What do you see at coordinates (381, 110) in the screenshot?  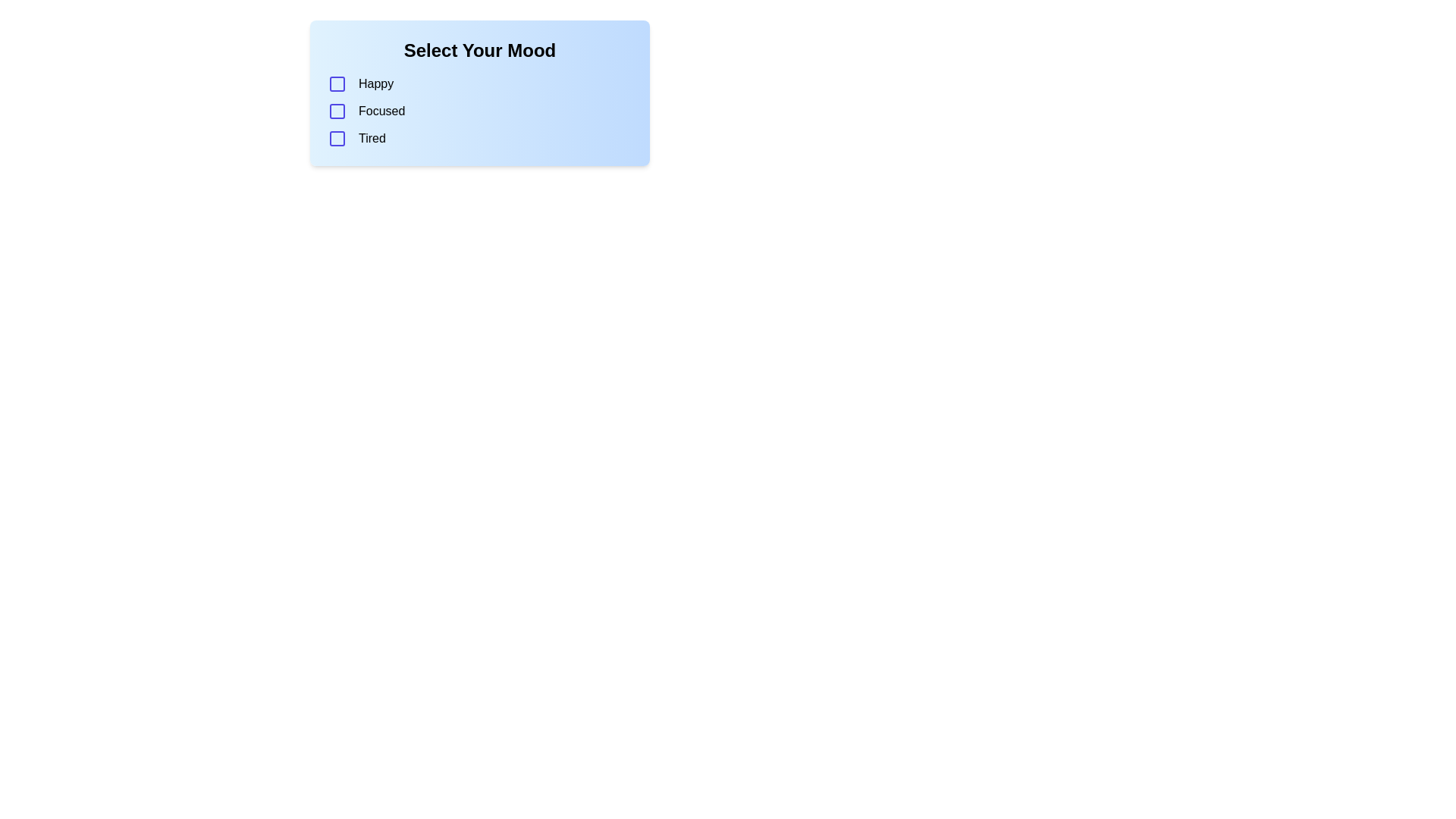 I see `the Text Label that describes the second mood choice (Focused) in the vertical list of mood options, which is positioned to the right of its associated checkbox` at bounding box center [381, 110].